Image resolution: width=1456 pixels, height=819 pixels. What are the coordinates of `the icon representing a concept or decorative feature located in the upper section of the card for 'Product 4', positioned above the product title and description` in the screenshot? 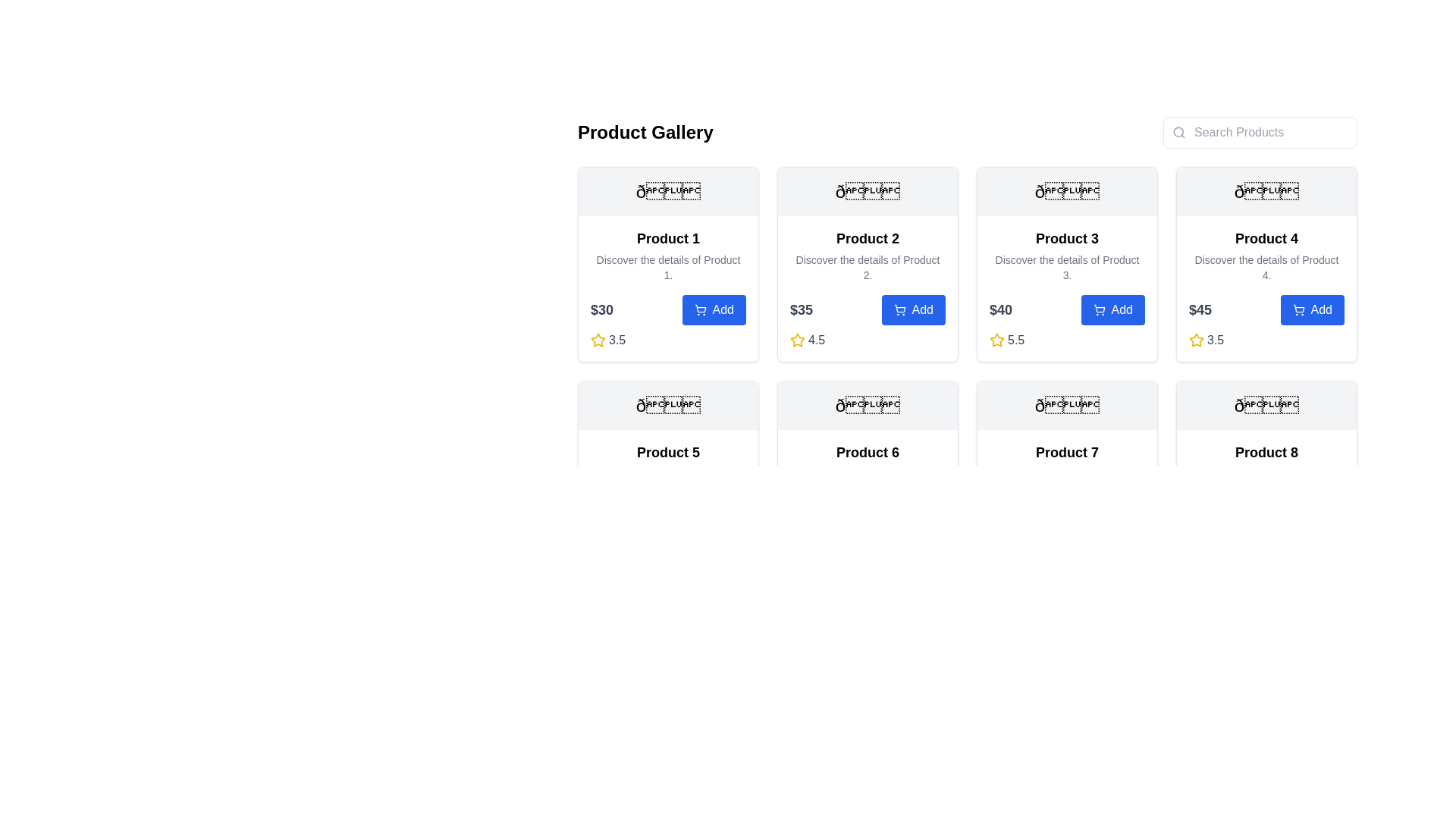 It's located at (1266, 191).